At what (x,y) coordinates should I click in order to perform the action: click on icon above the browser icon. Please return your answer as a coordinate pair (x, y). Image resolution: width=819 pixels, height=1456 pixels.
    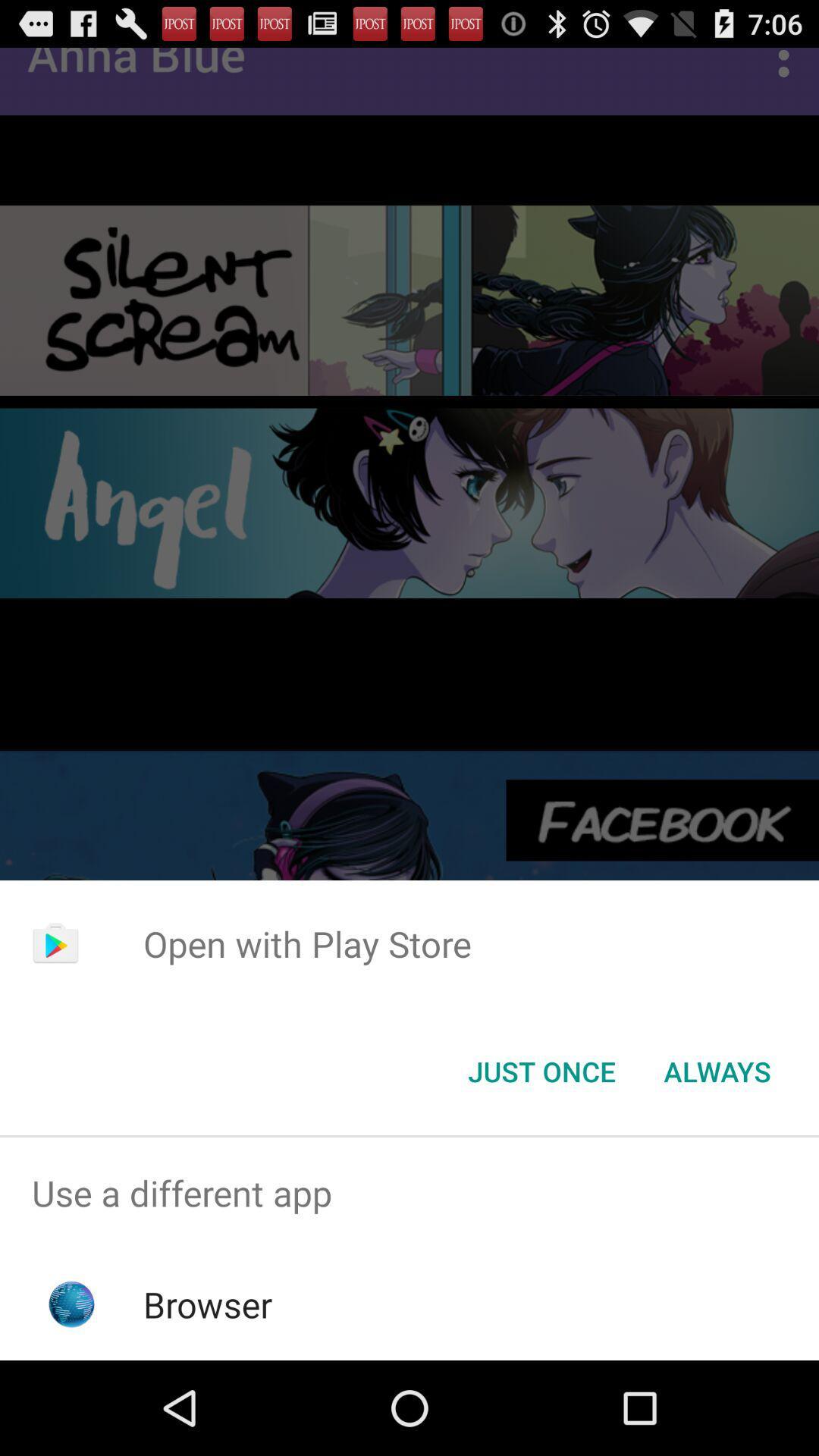
    Looking at the image, I should click on (409, 1192).